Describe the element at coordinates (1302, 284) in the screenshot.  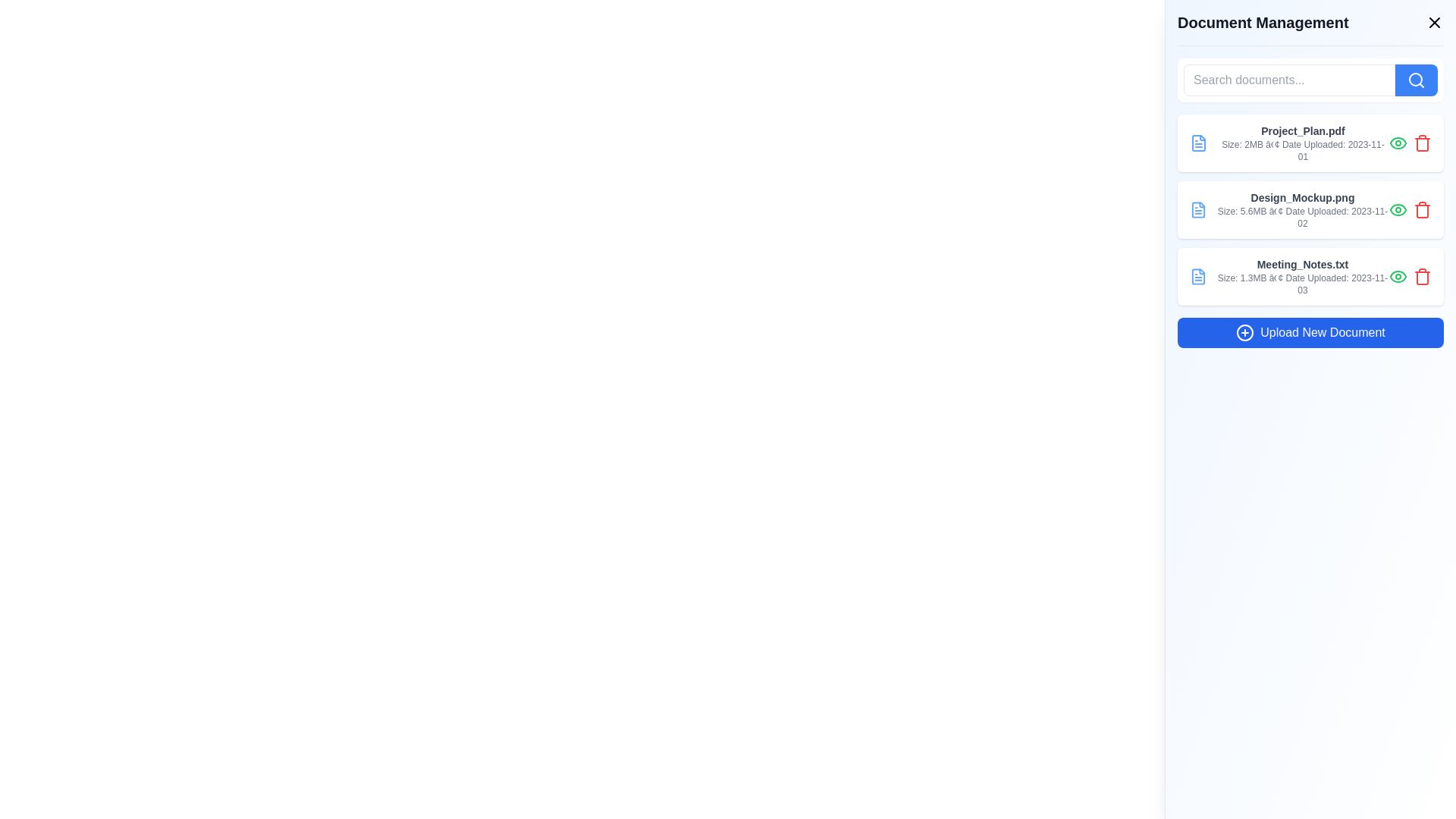
I see `the Text Label that informs users about the file's storage size and the date it was uploaded, located below the file title 'Meeting_Notes.txt'` at that location.